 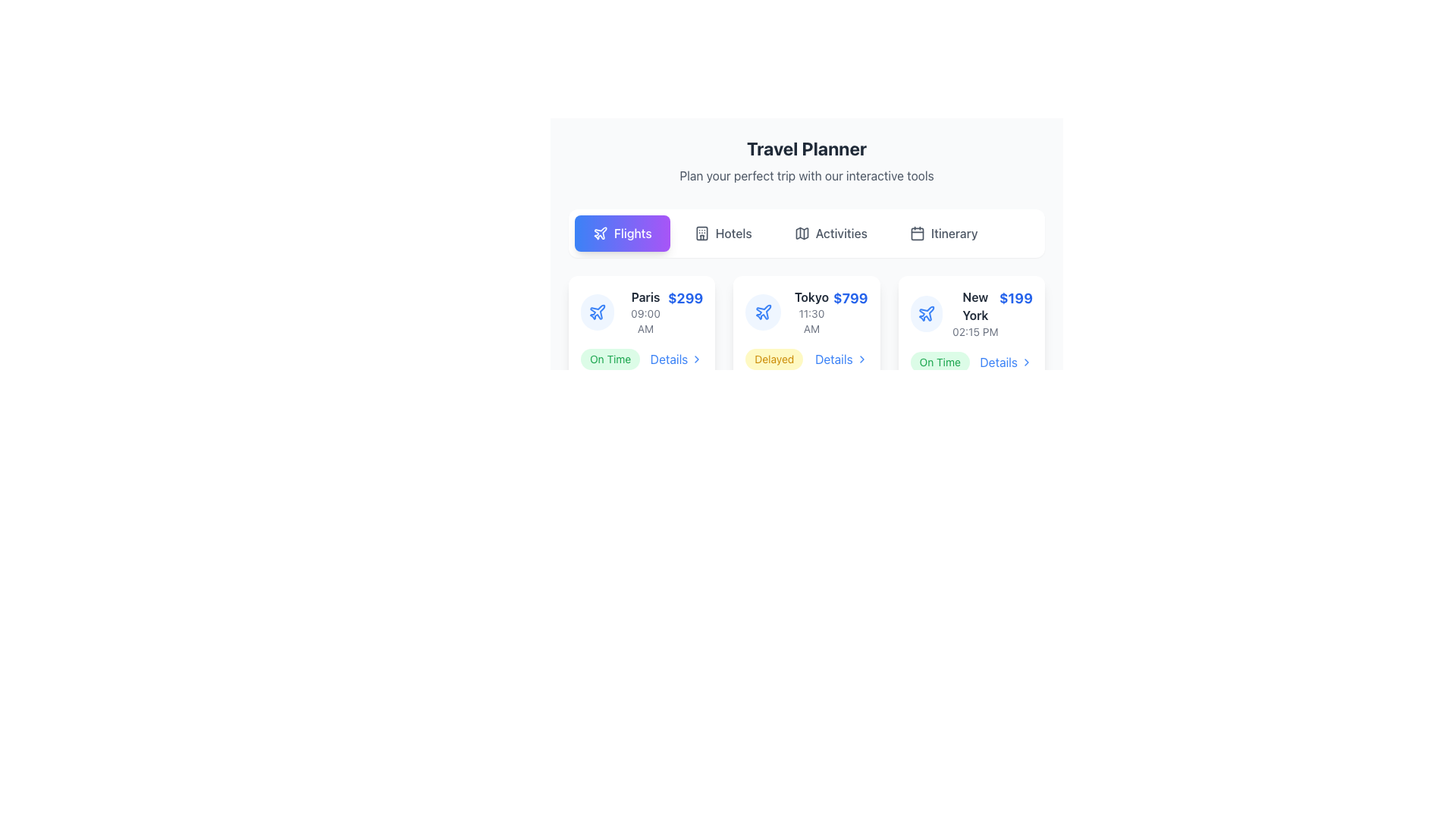 I want to click on the flight offer information card displaying details for New York, which is the third card in a horizontal series of flight offers, so click(x=971, y=312).